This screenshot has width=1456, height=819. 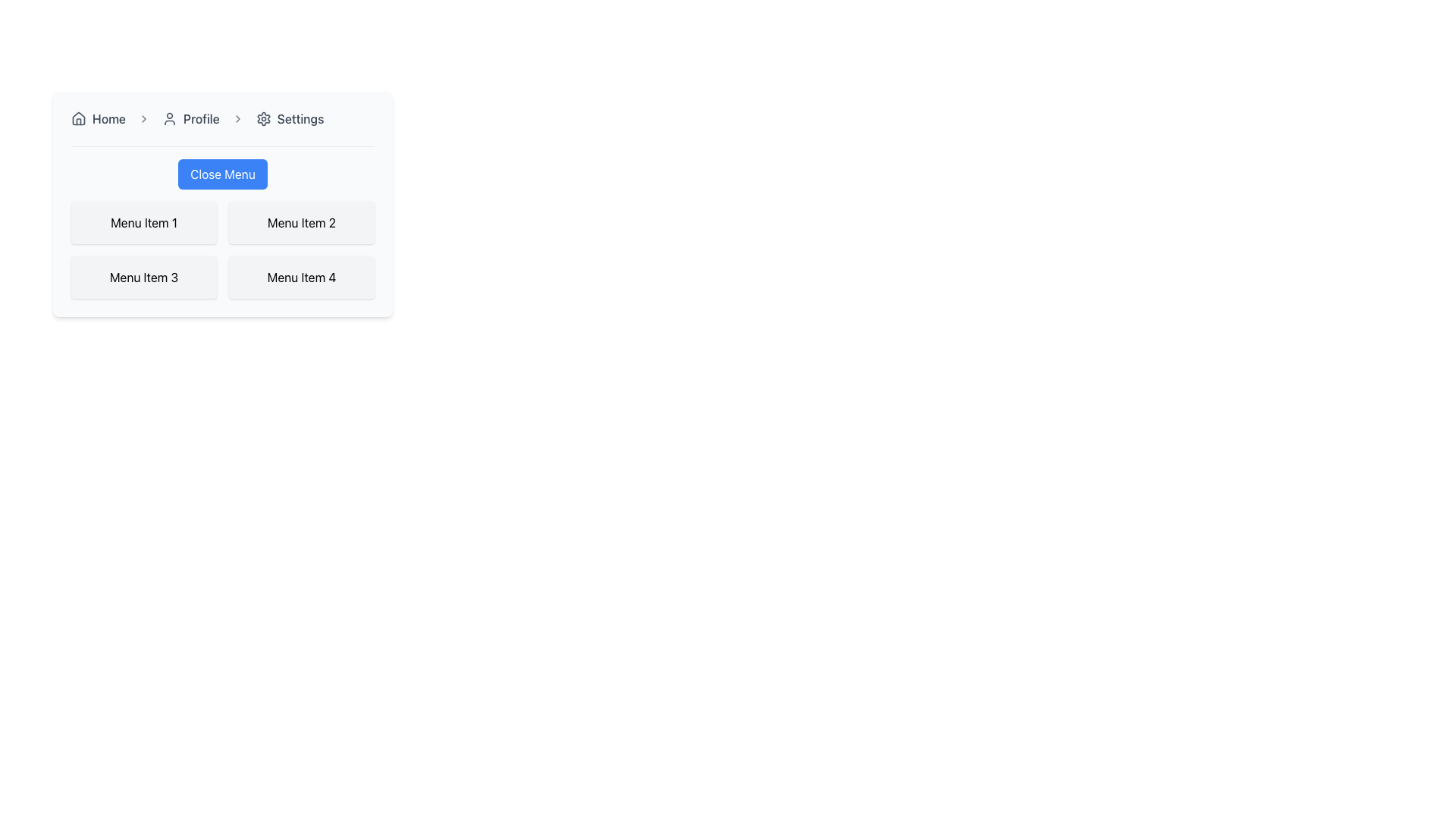 I want to click on the 'Settings' text label in the breadcrumb navigation area, which is styled in a medium-weight font and gray color, located next to a gear icon, so click(x=300, y=118).